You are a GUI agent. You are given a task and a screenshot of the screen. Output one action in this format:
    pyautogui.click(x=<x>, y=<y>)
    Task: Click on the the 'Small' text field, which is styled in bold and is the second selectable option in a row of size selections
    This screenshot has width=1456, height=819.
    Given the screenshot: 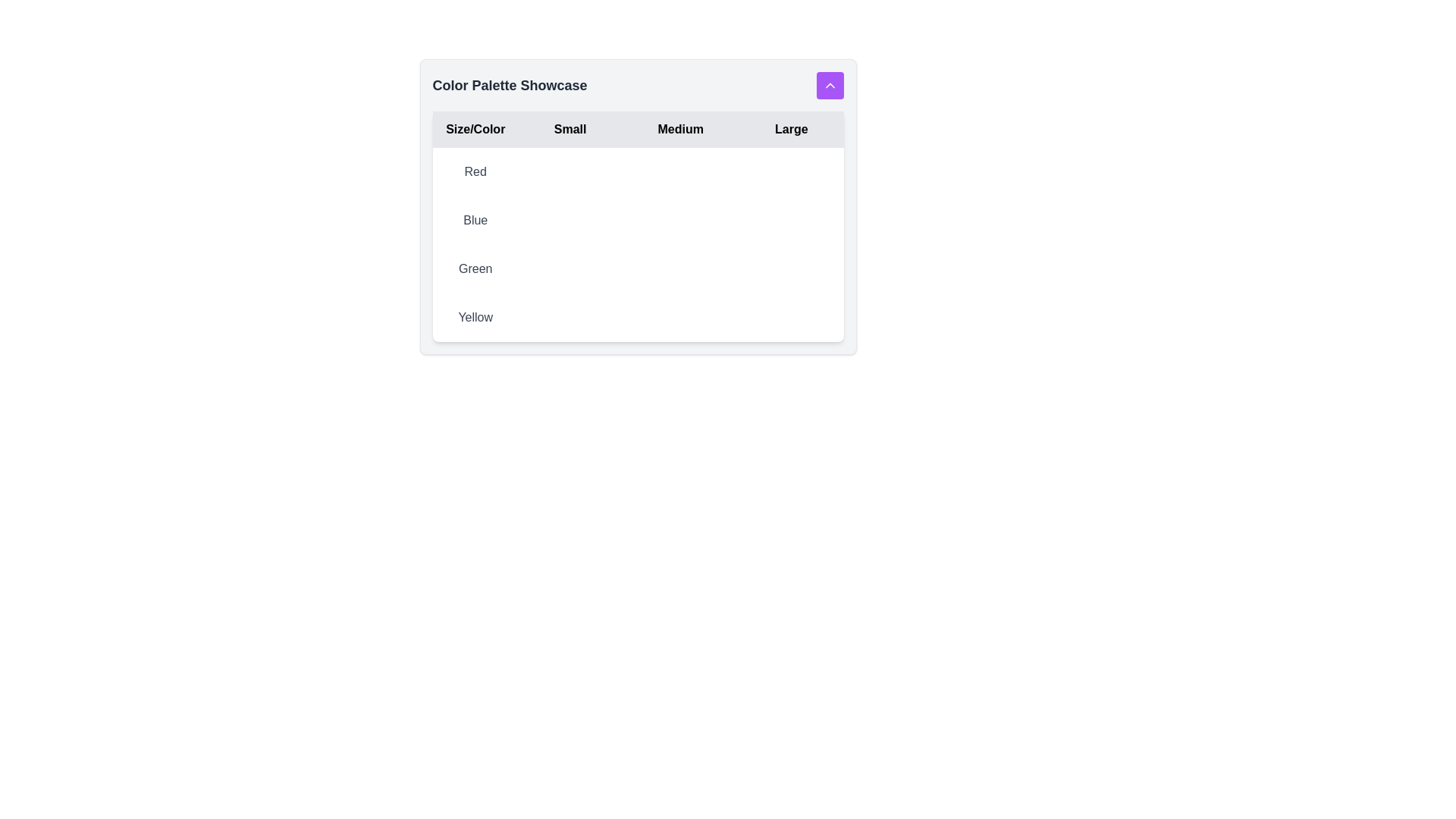 What is the action you would take?
    pyautogui.click(x=570, y=128)
    